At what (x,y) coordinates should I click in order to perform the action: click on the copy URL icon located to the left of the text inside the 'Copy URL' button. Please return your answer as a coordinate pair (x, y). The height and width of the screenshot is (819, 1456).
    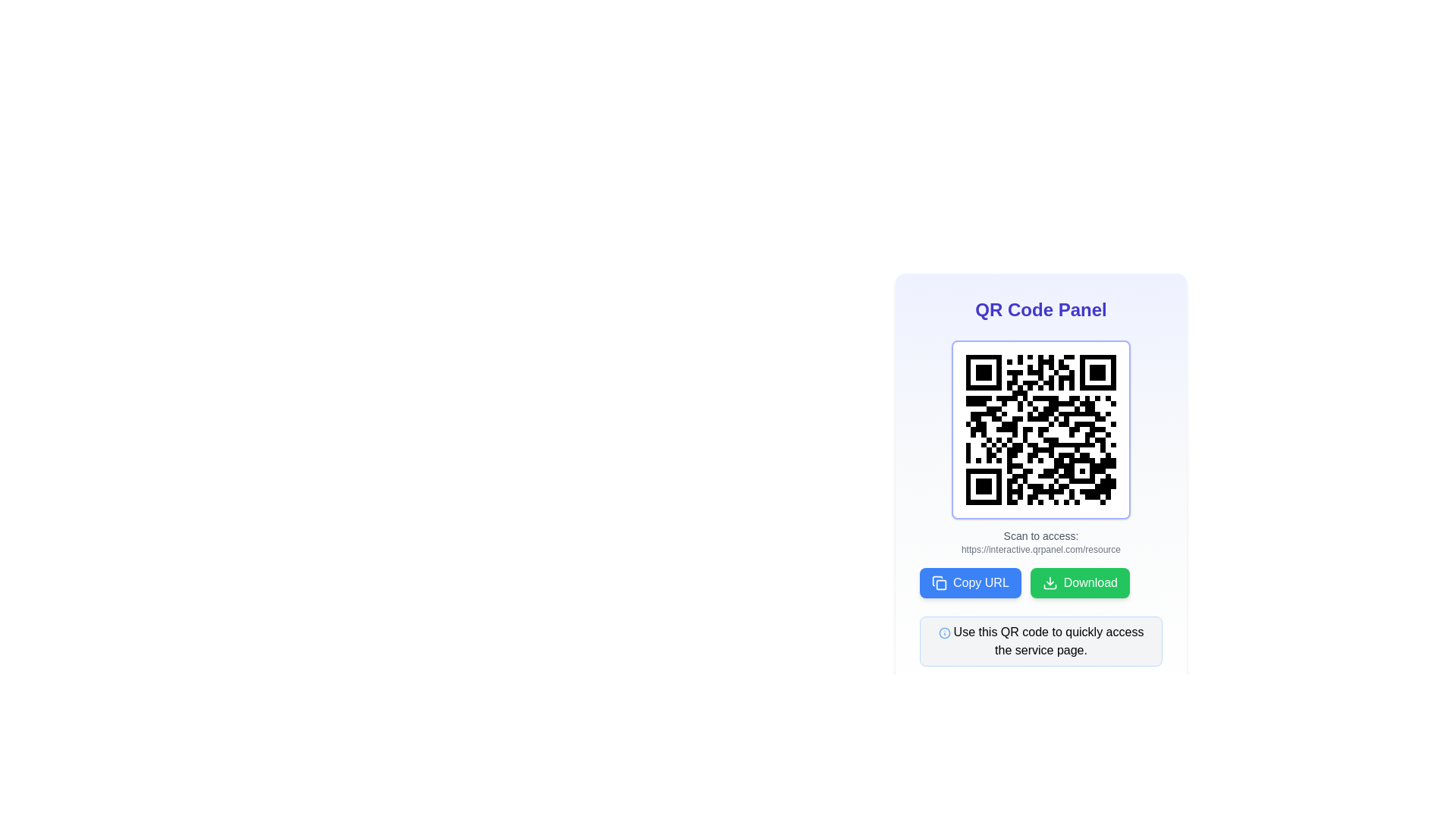
    Looking at the image, I should click on (938, 582).